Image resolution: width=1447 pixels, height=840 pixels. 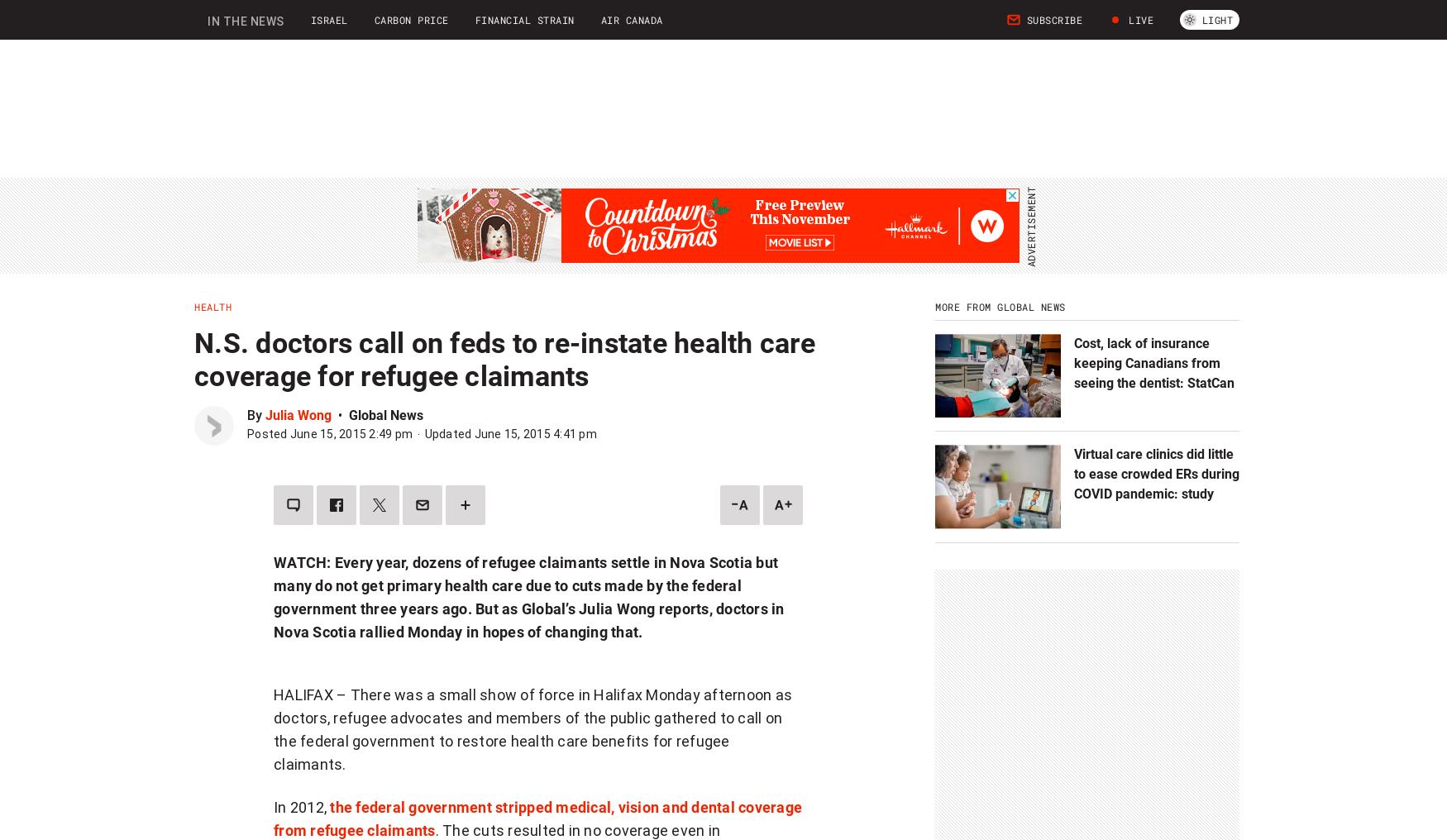 What do you see at coordinates (478, 27) in the screenshot?
I see `'Podcasts'` at bounding box center [478, 27].